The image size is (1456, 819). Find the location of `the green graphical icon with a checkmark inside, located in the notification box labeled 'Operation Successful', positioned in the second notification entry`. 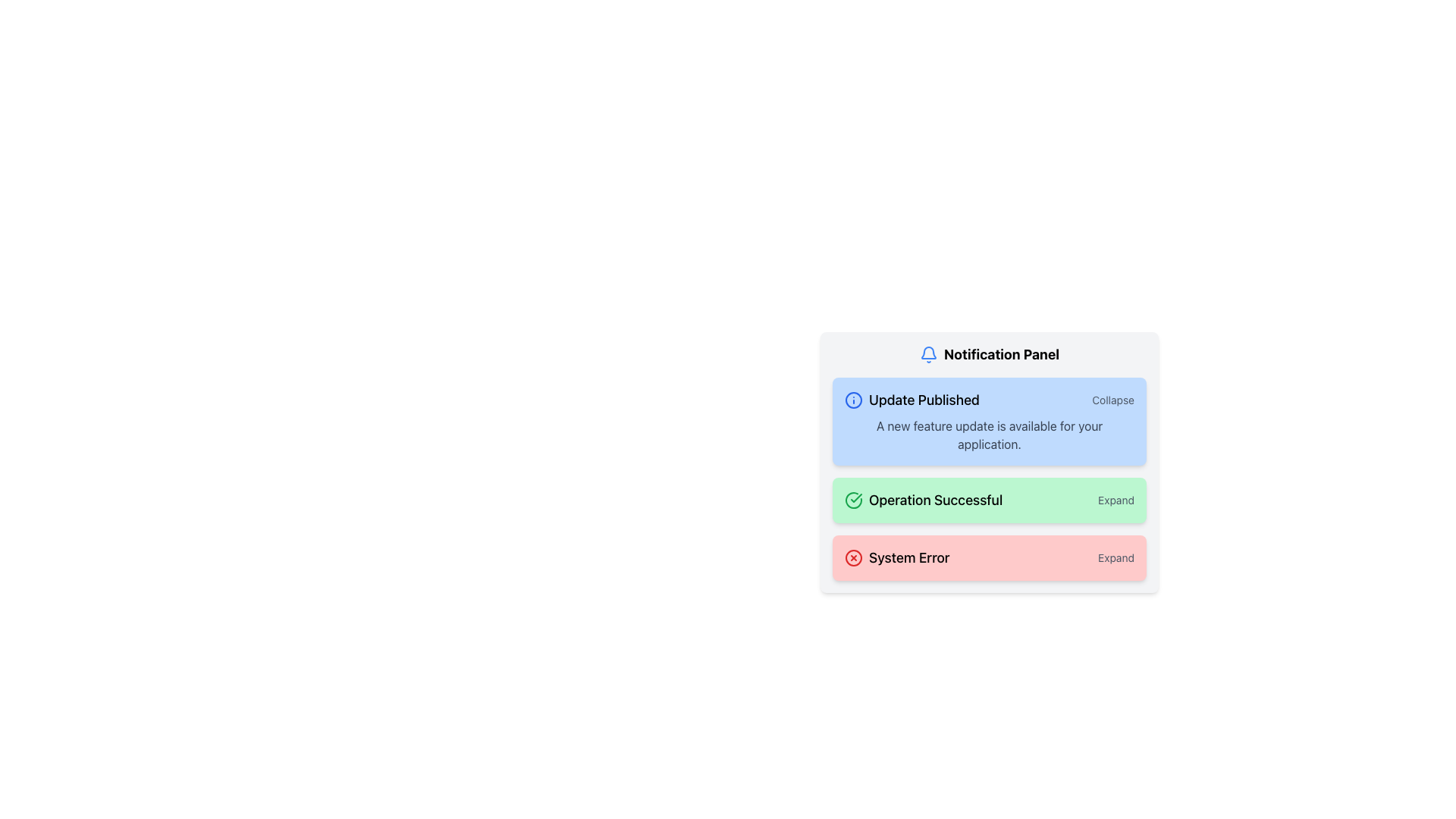

the green graphical icon with a checkmark inside, located in the notification box labeled 'Operation Successful', positioned in the second notification entry is located at coordinates (854, 500).